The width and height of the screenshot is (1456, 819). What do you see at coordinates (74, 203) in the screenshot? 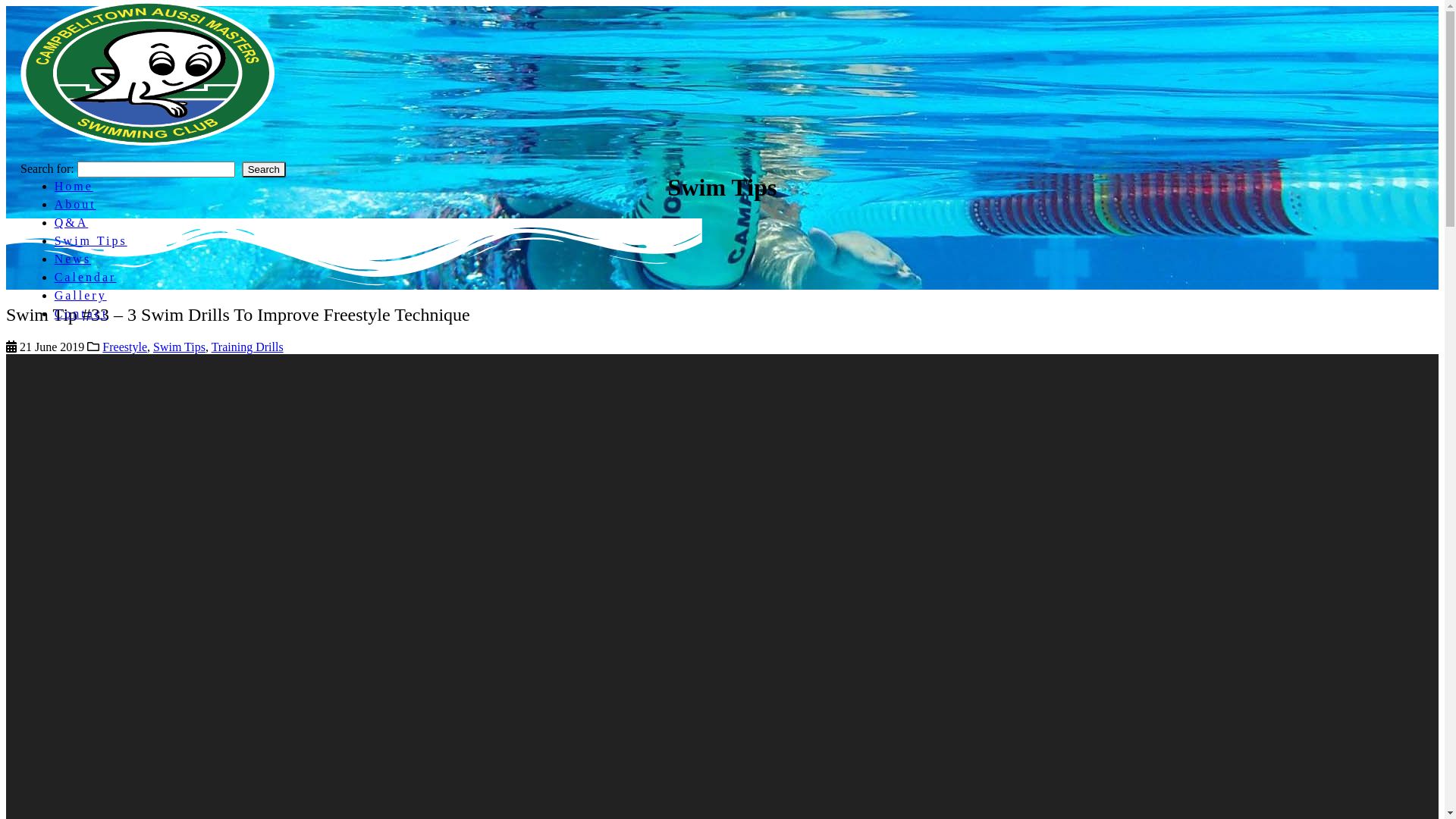
I see `'About'` at bounding box center [74, 203].